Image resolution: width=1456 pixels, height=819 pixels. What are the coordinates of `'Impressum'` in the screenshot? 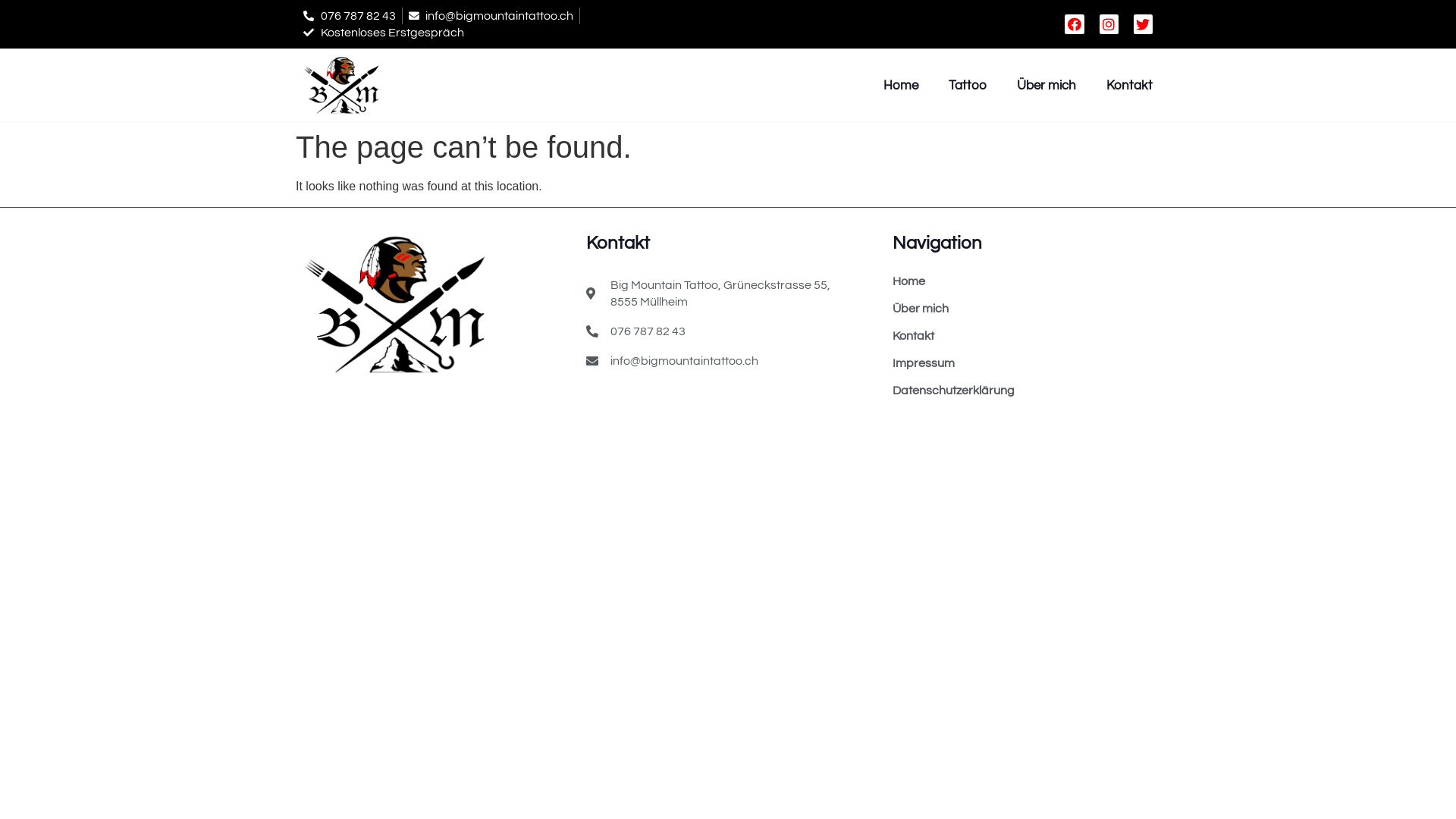 It's located at (892, 362).